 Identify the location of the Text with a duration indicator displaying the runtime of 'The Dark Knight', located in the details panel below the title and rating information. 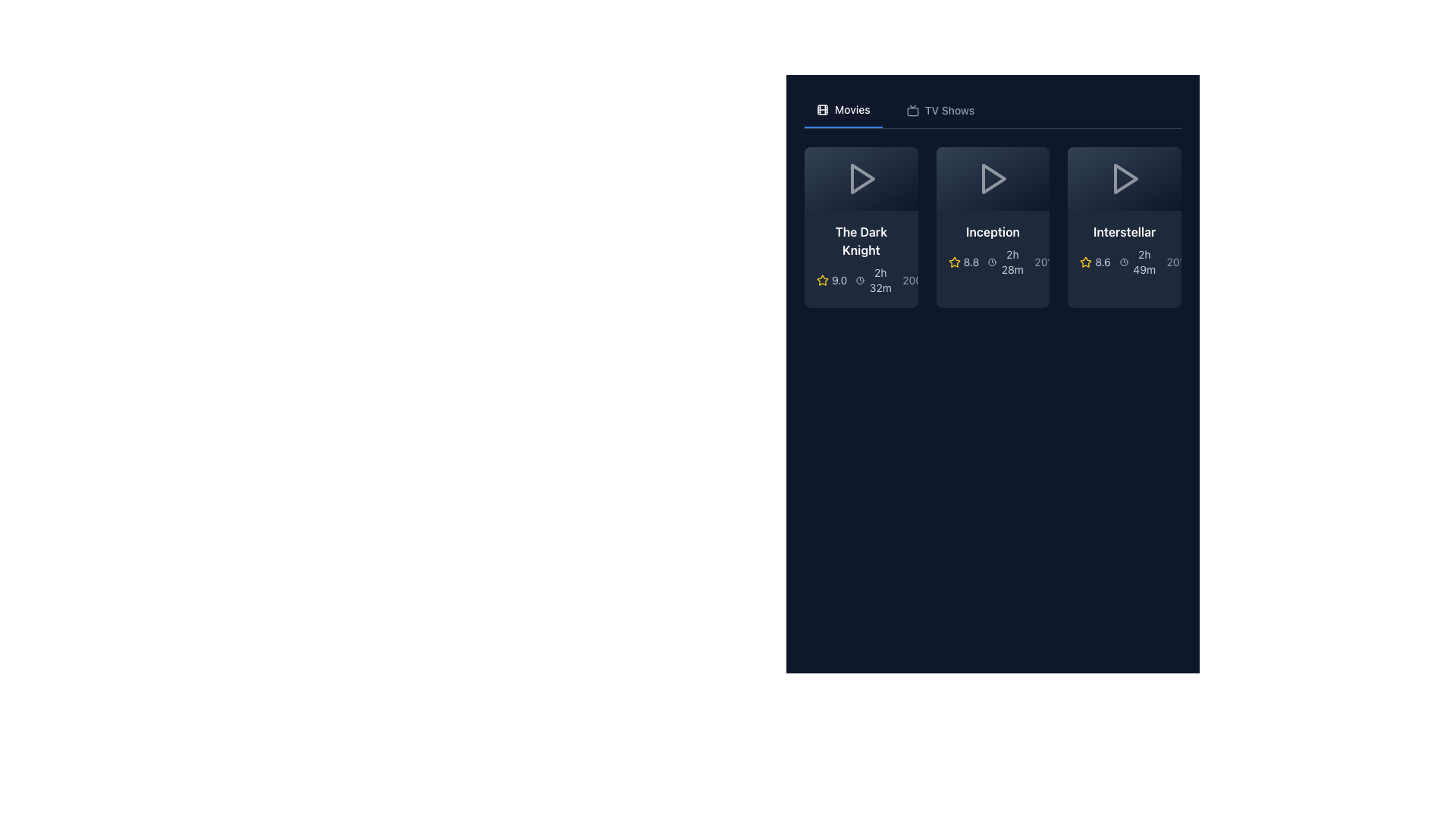
(874, 281).